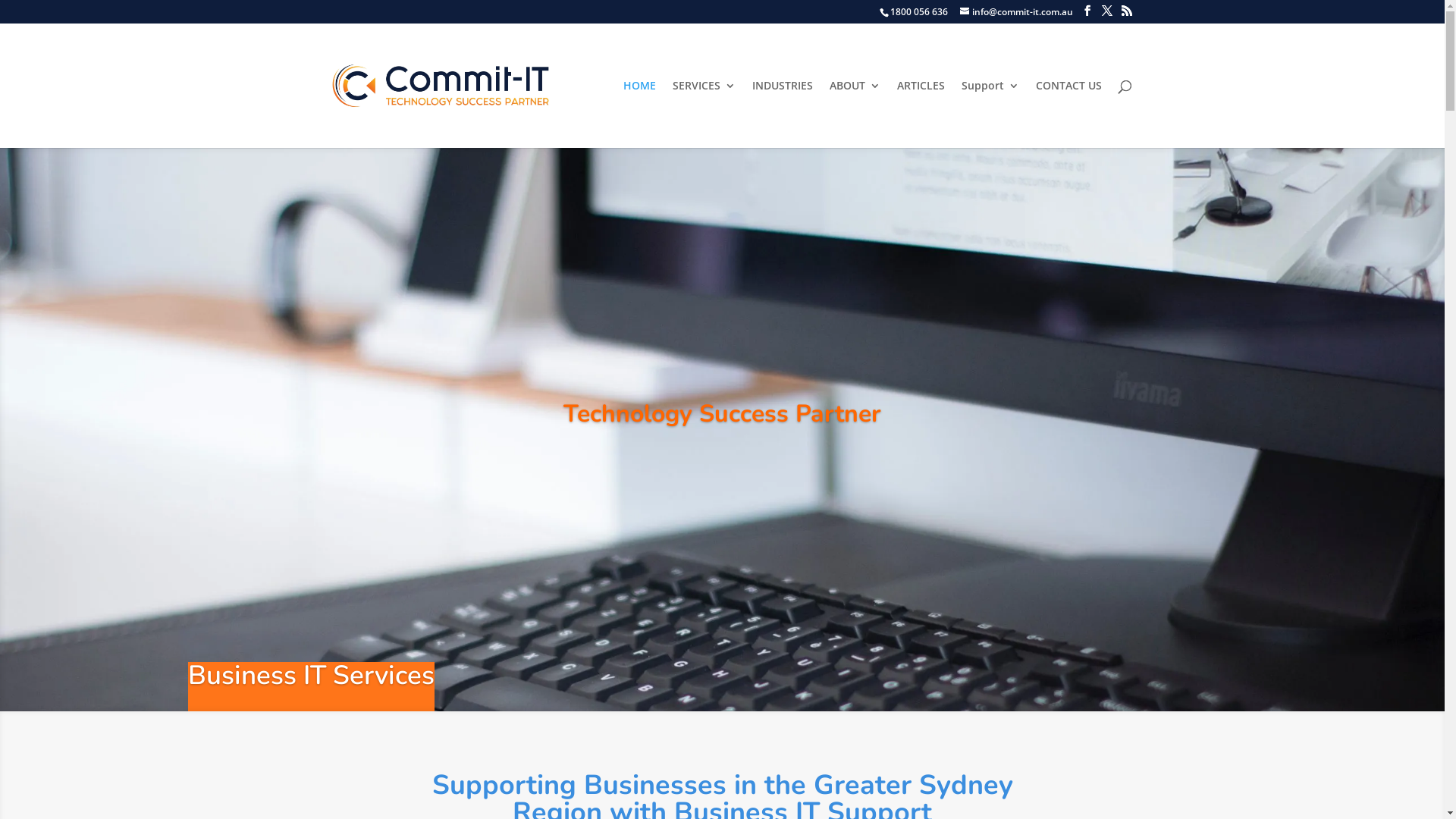 The height and width of the screenshot is (819, 1456). I want to click on 'CONTACT US', so click(1035, 113).